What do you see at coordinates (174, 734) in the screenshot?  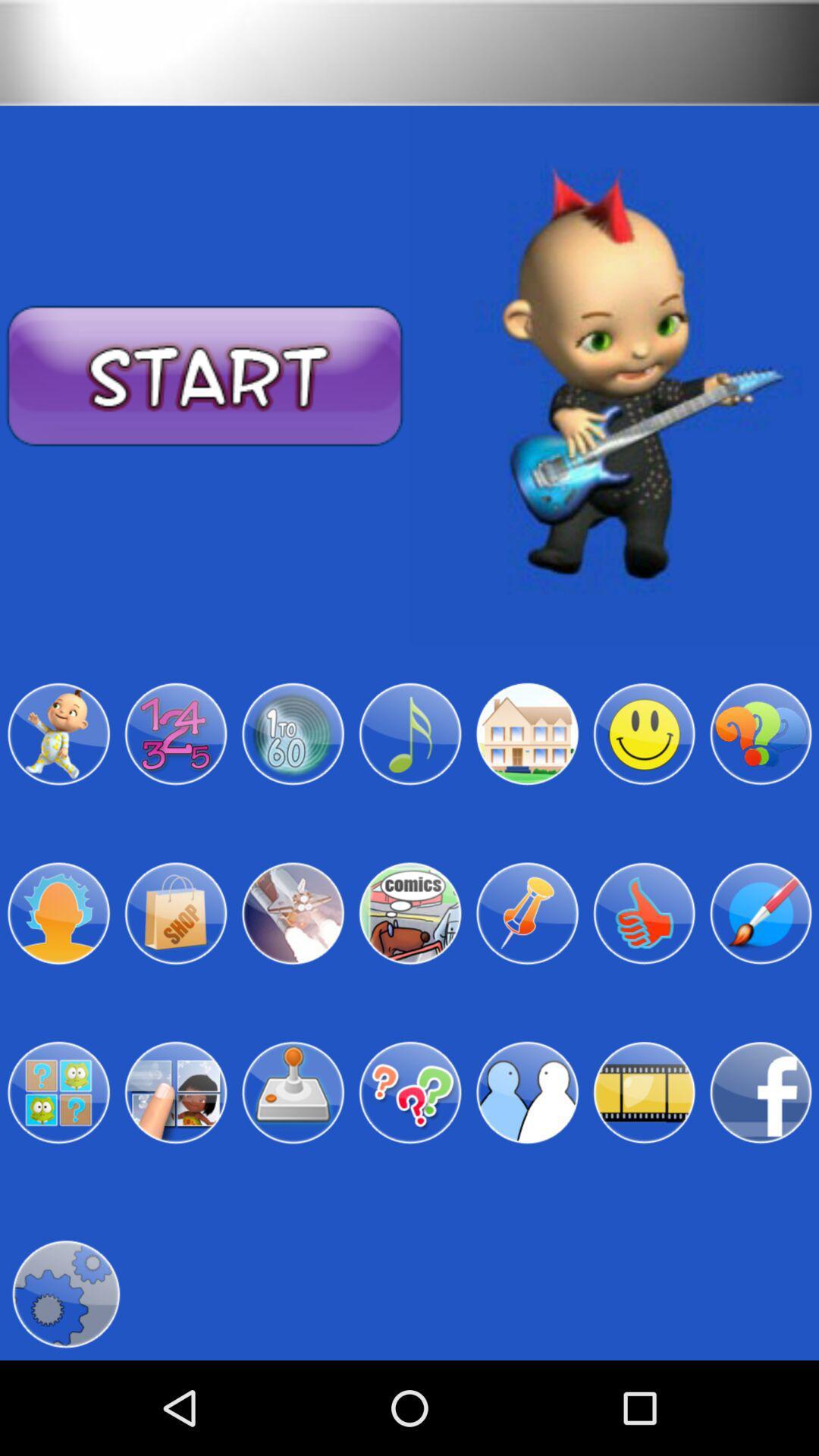 I see `numbers` at bounding box center [174, 734].